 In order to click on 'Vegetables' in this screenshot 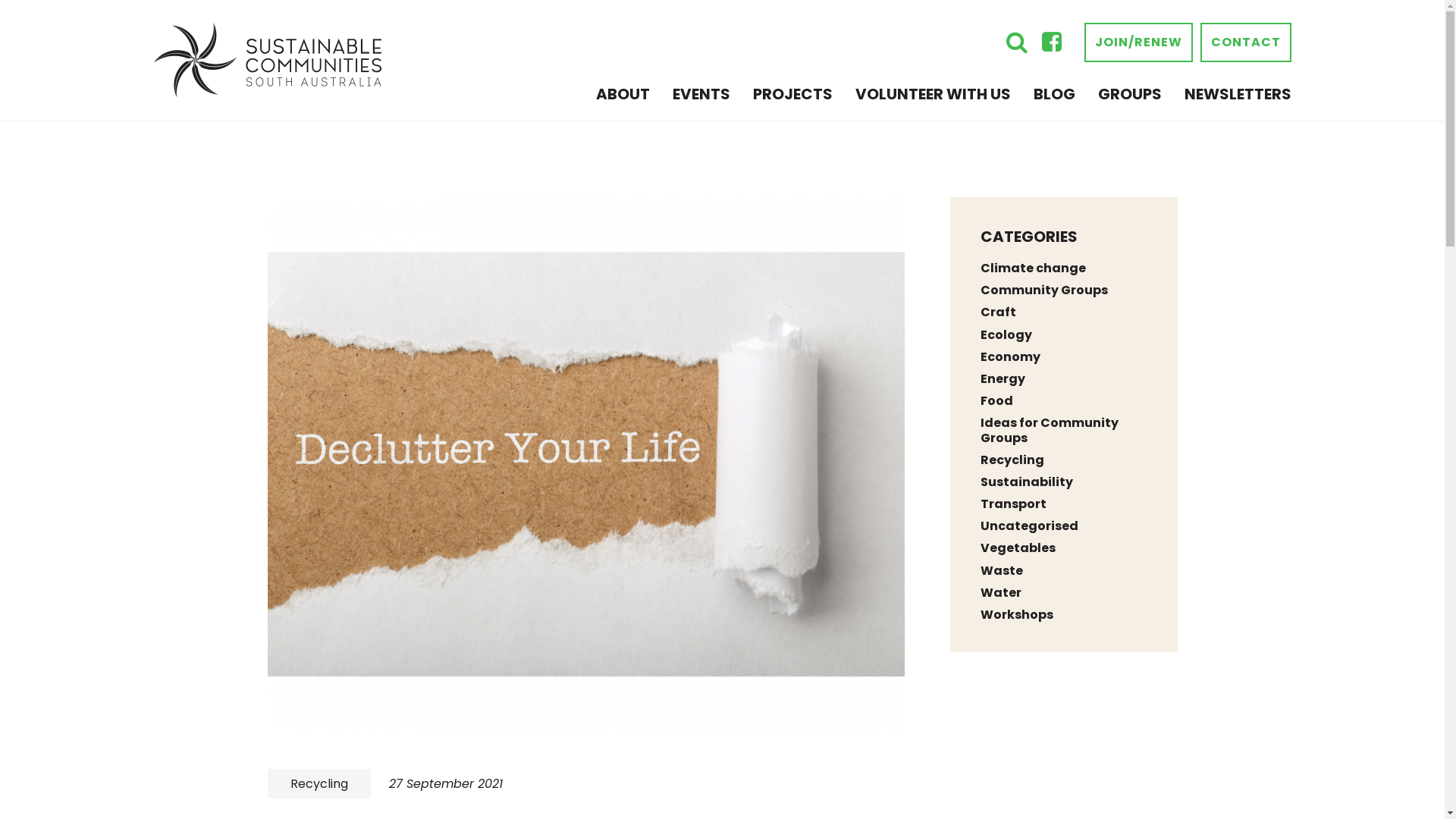, I will do `click(979, 548)`.